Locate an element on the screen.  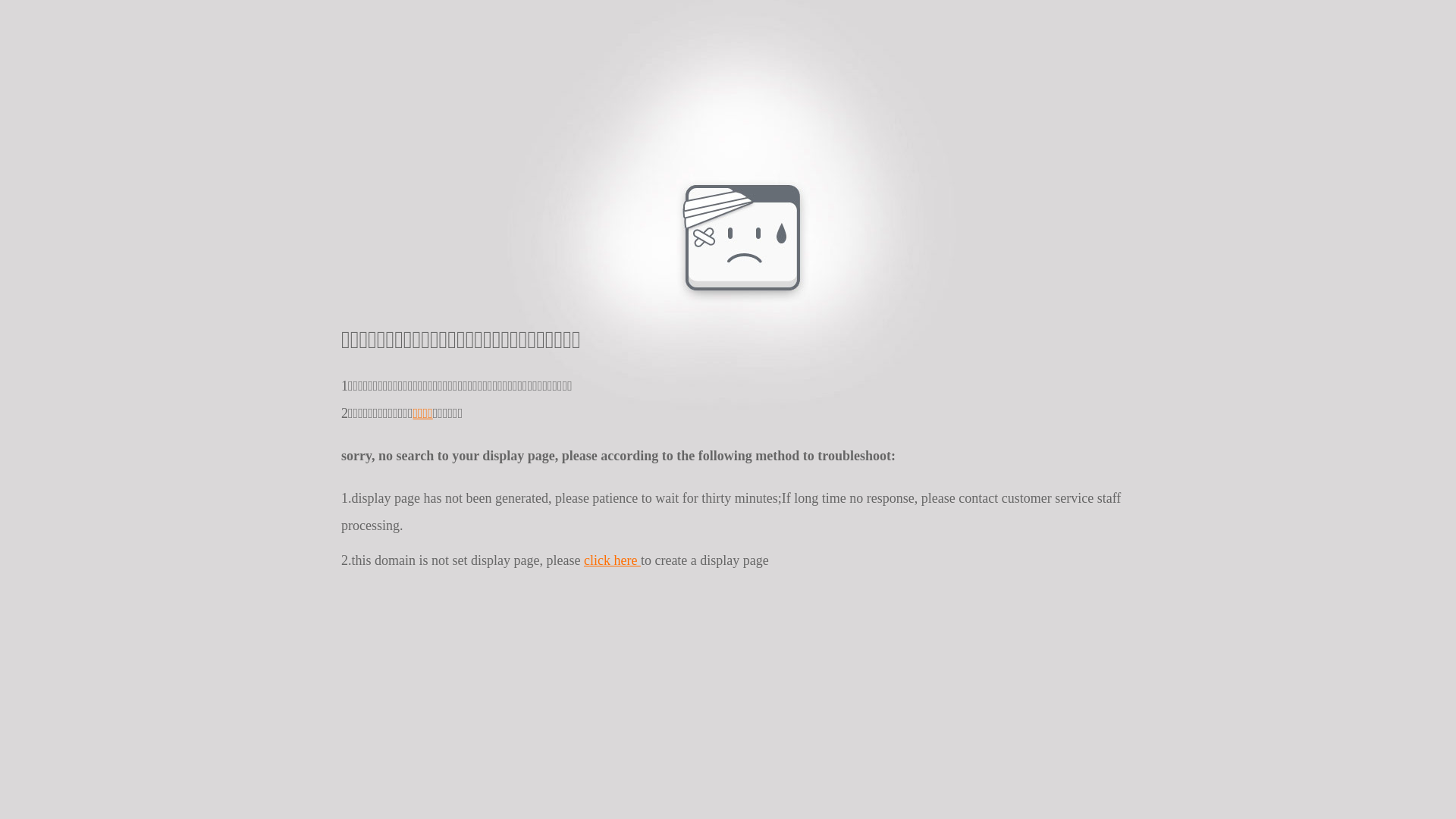
'click here' is located at coordinates (582, 560).